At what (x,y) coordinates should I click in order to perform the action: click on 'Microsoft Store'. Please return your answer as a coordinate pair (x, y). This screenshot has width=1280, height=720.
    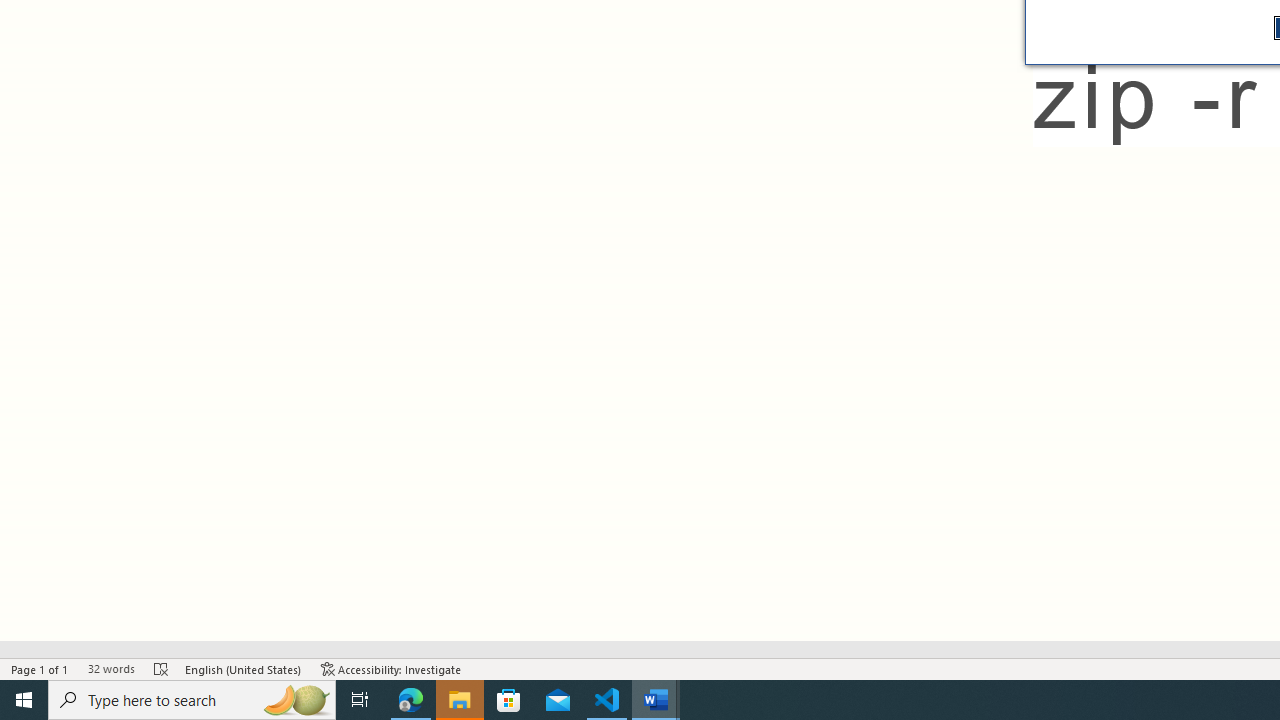
    Looking at the image, I should click on (509, 698).